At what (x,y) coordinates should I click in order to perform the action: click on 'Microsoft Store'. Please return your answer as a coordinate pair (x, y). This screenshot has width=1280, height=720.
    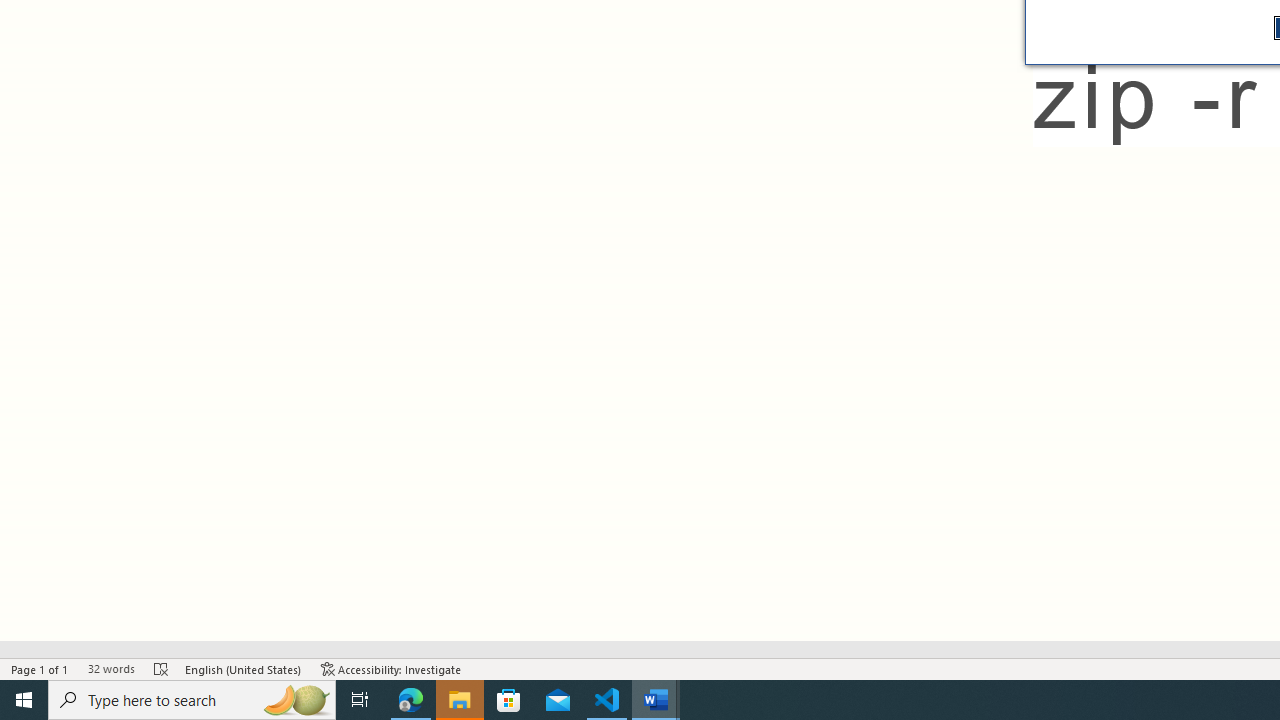
    Looking at the image, I should click on (509, 698).